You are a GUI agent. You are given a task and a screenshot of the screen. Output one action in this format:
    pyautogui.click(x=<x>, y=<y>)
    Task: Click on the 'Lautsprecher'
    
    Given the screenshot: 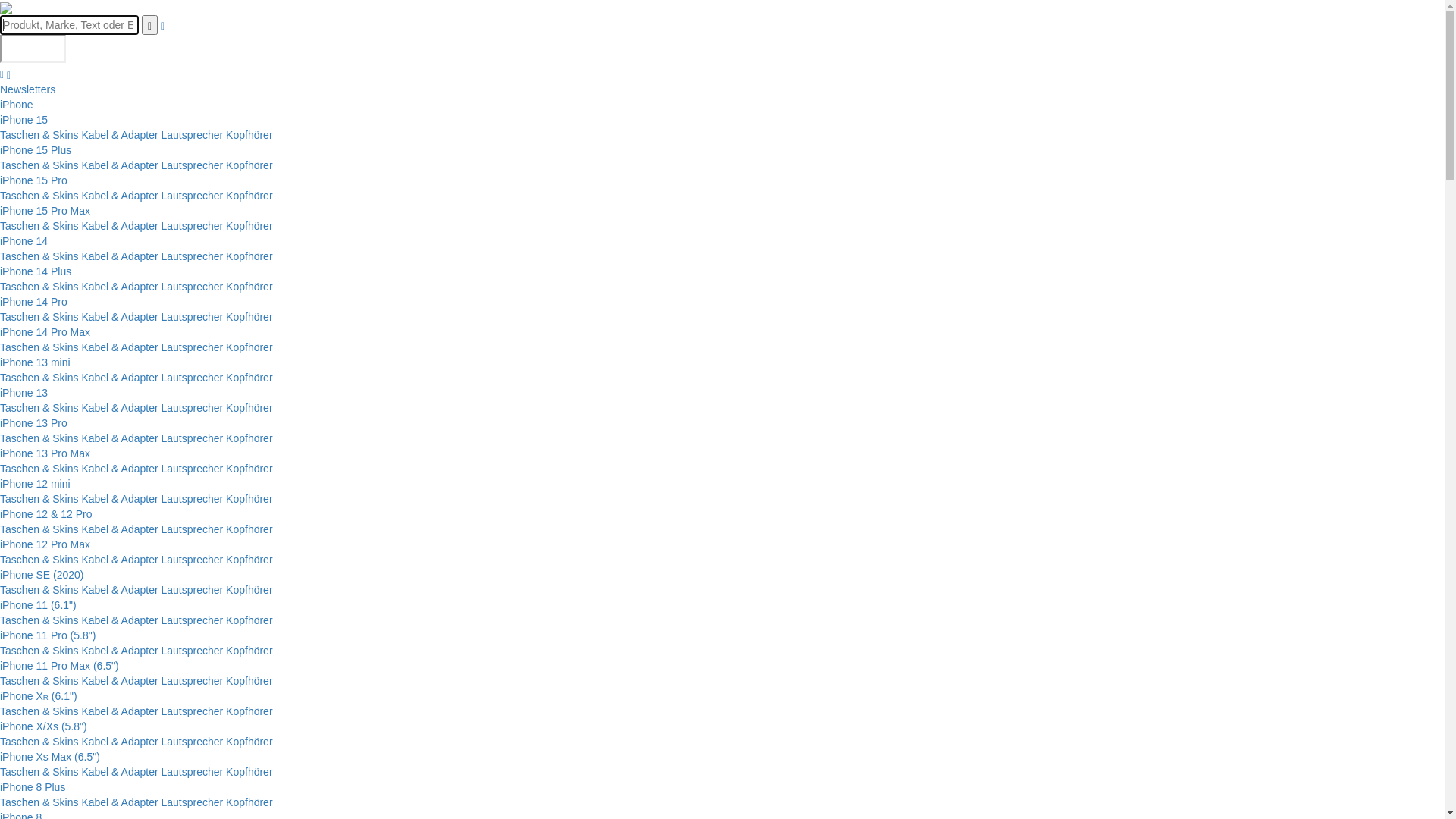 What is the action you would take?
    pyautogui.click(x=191, y=133)
    